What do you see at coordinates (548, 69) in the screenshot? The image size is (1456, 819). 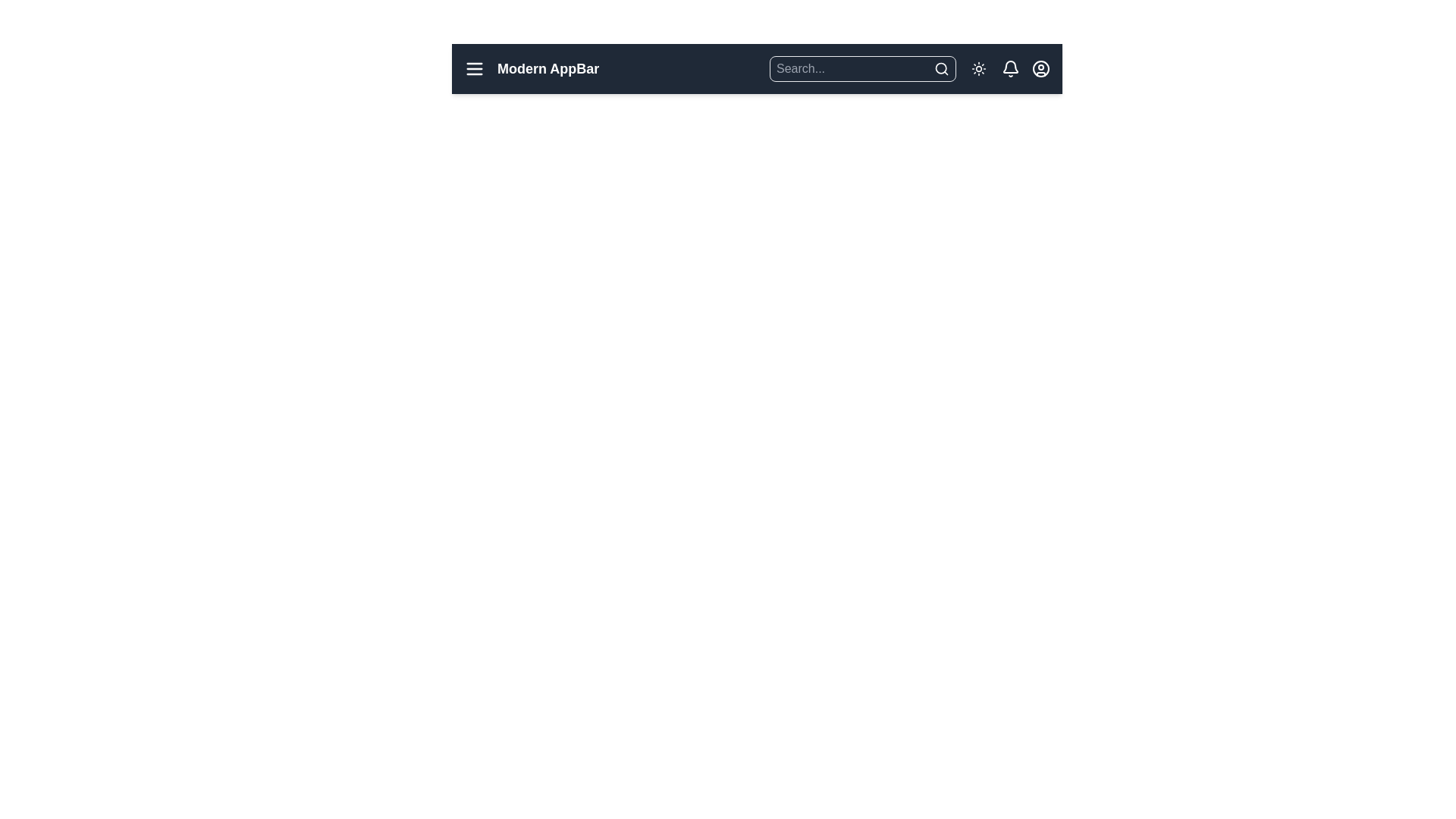 I see `the header text to select it` at bounding box center [548, 69].